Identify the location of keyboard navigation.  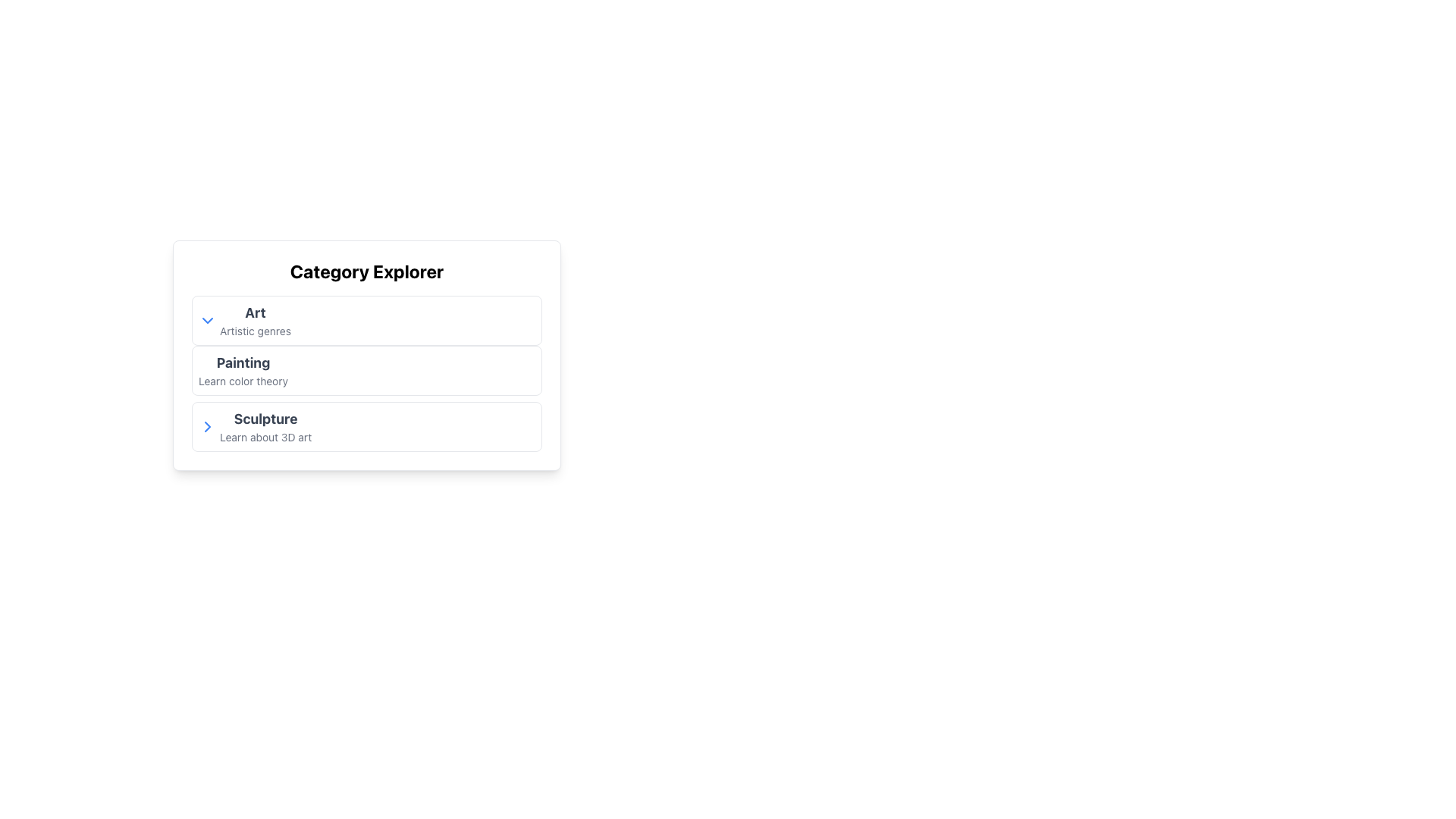
(243, 362).